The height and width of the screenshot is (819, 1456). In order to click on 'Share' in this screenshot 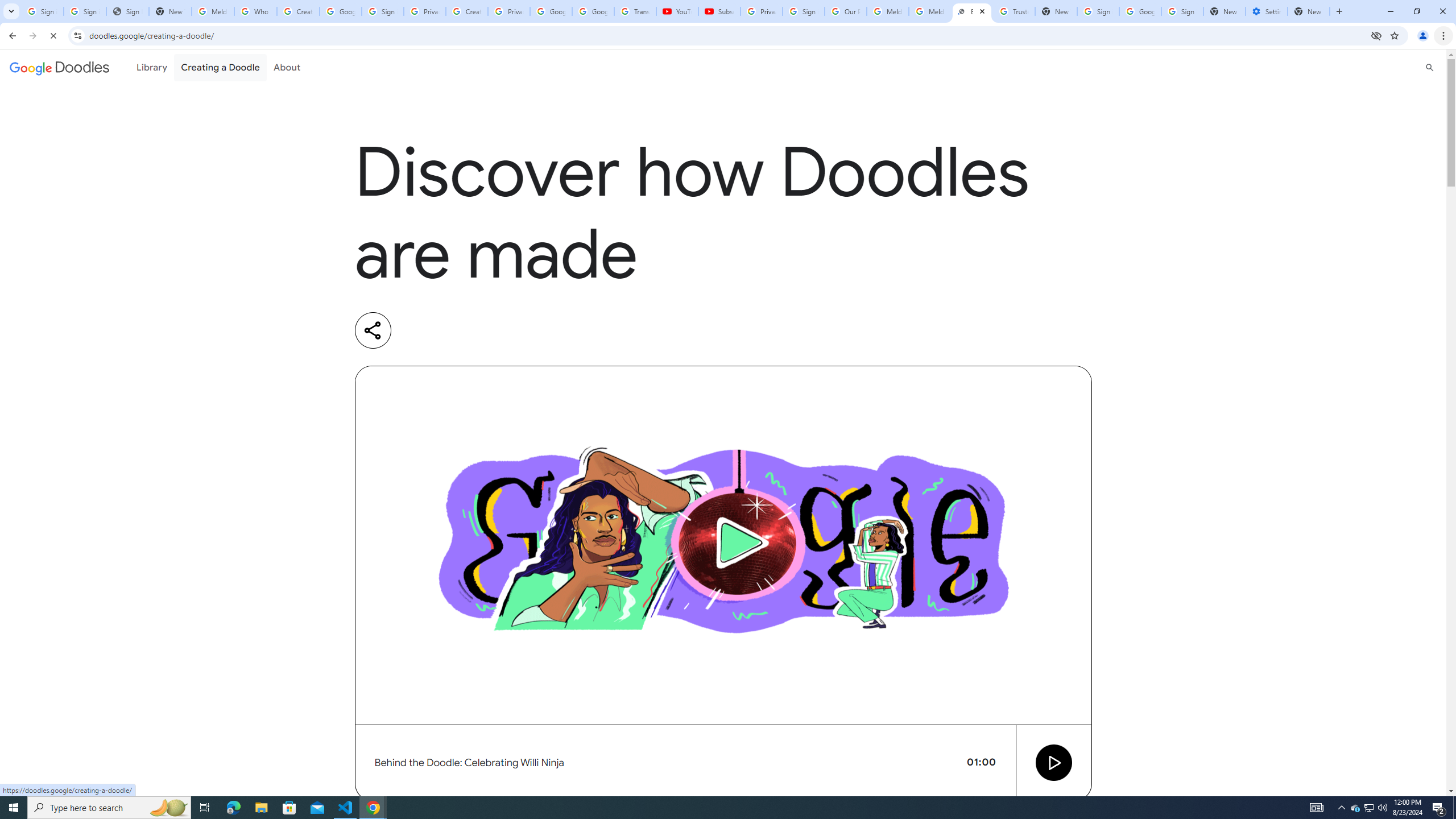, I will do `click(373, 330)`.